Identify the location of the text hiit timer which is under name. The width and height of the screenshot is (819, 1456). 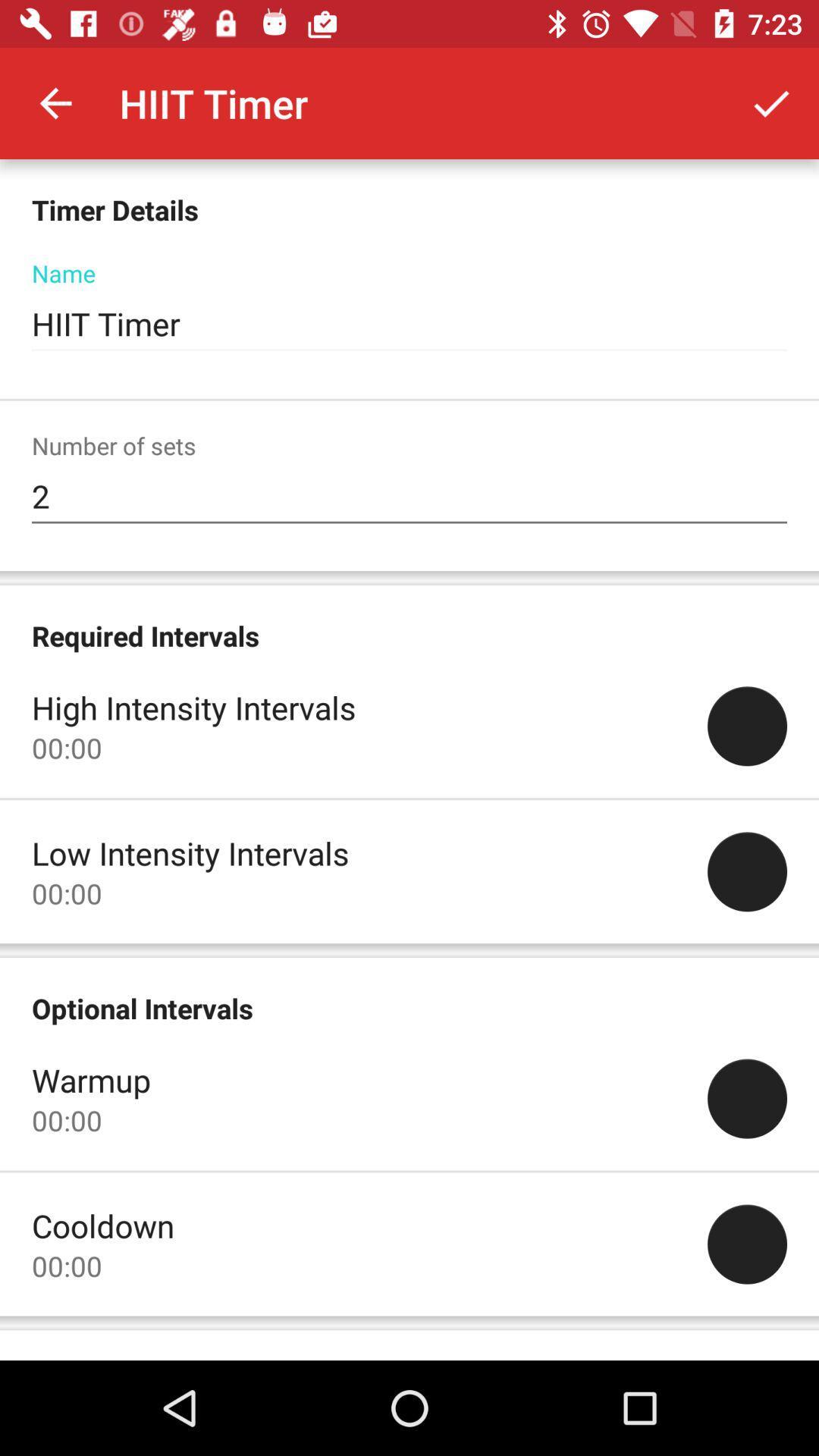
(409, 323).